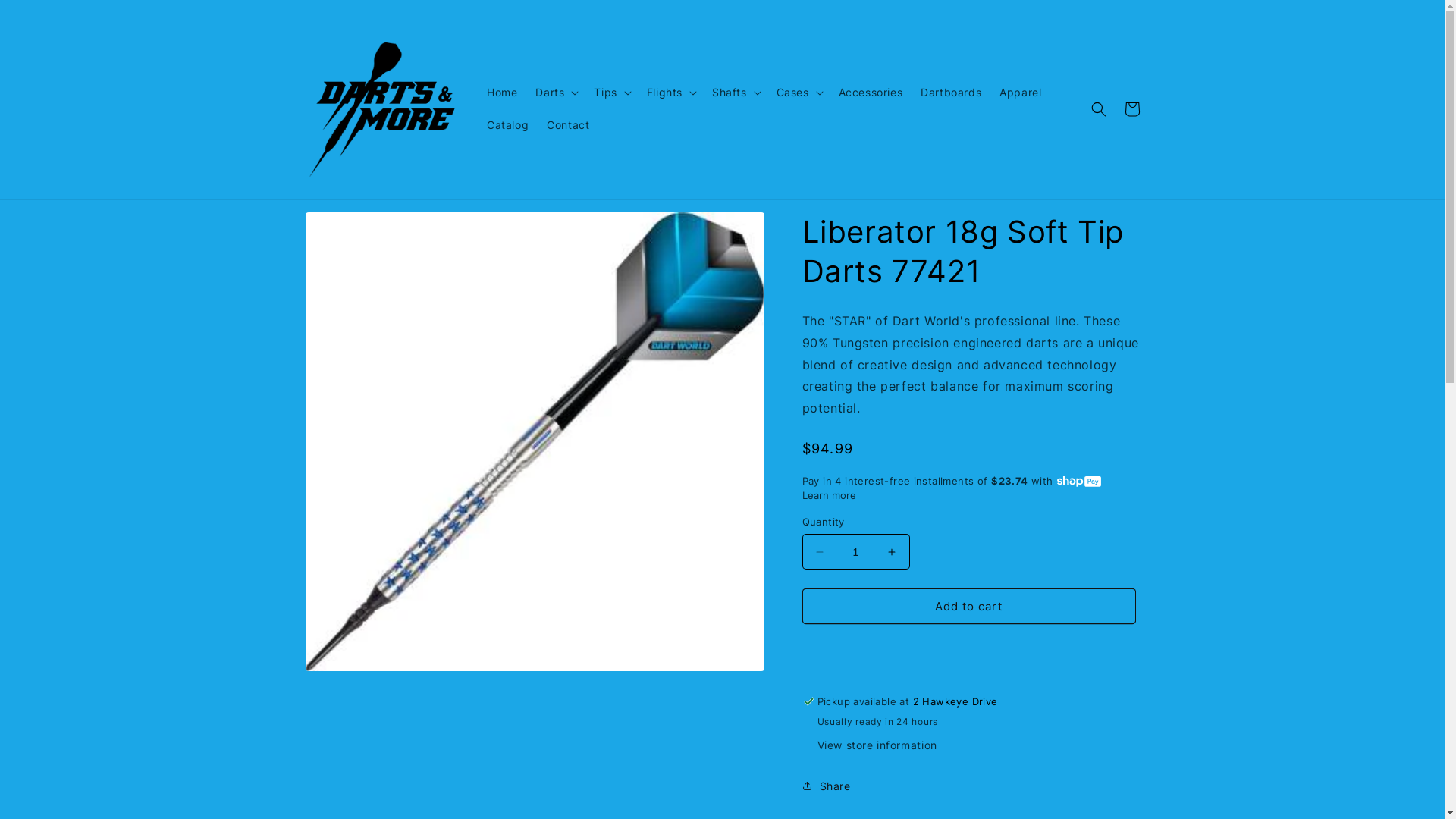 The height and width of the screenshot is (819, 1456). What do you see at coordinates (949, 93) in the screenshot?
I see `'Dartboards'` at bounding box center [949, 93].